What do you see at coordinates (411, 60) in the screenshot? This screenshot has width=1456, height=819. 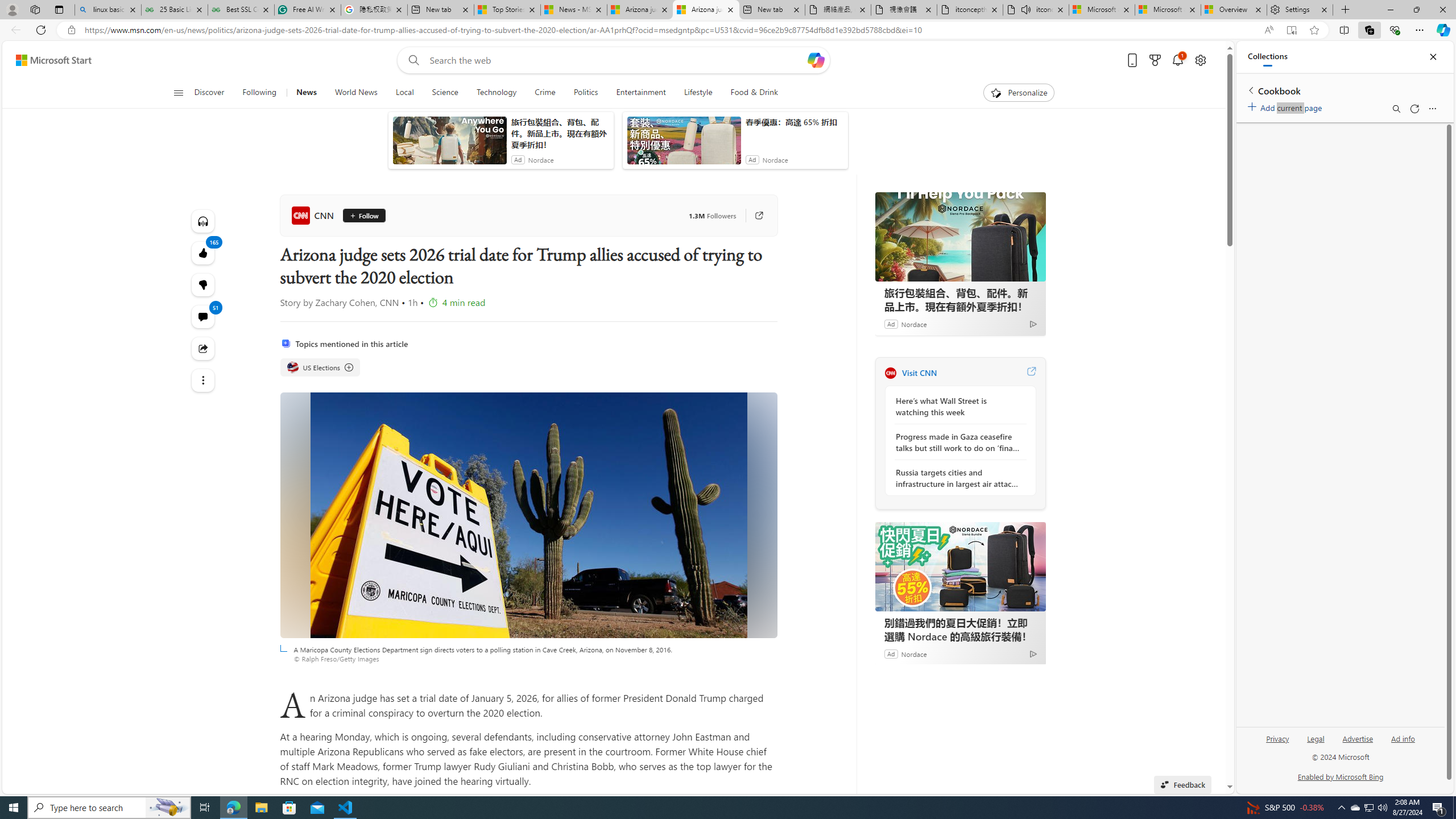 I see `'Web search'` at bounding box center [411, 60].